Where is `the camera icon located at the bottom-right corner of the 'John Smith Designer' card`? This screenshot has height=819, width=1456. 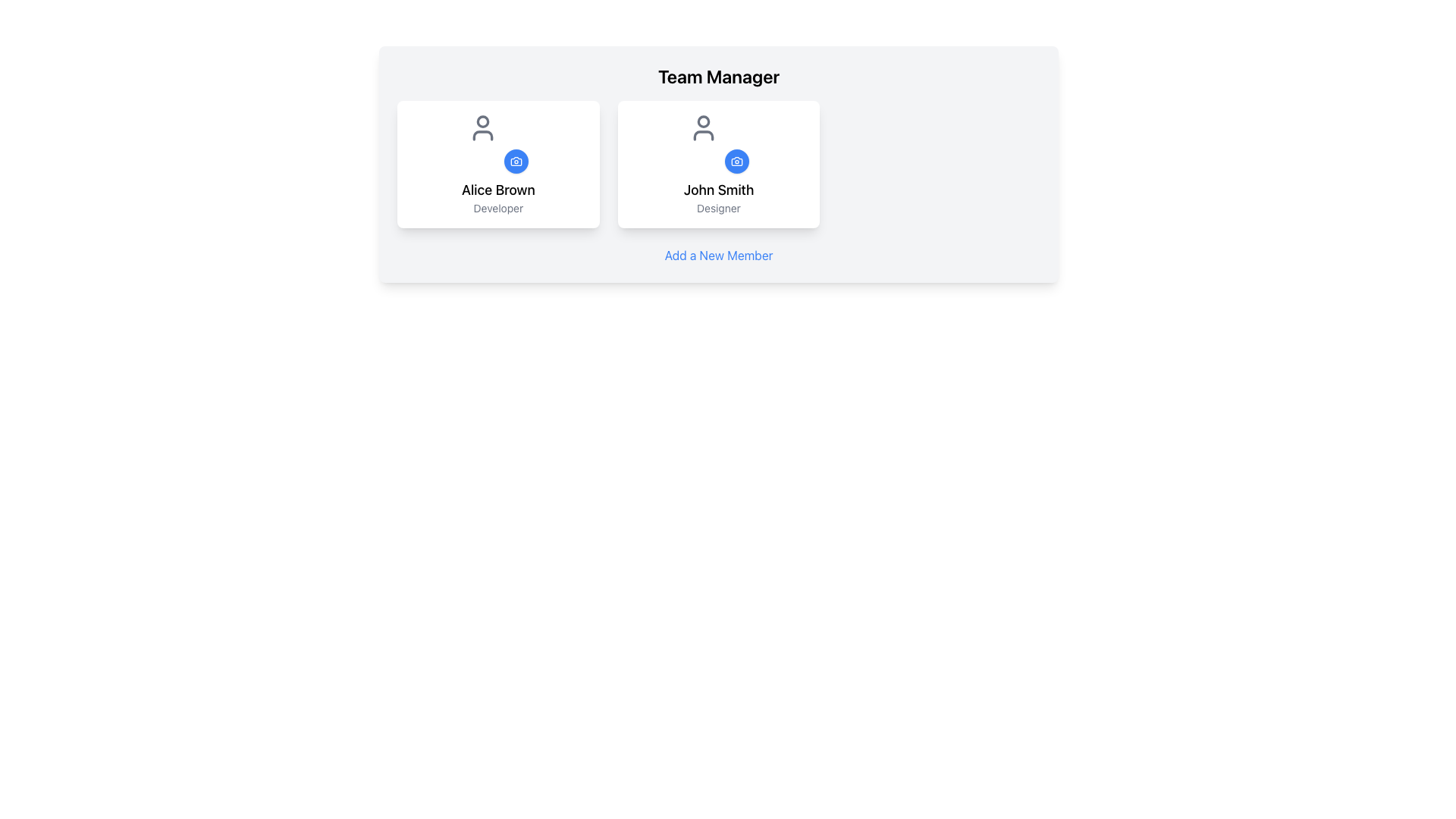 the camera icon located at the bottom-right corner of the 'John Smith Designer' card is located at coordinates (736, 161).